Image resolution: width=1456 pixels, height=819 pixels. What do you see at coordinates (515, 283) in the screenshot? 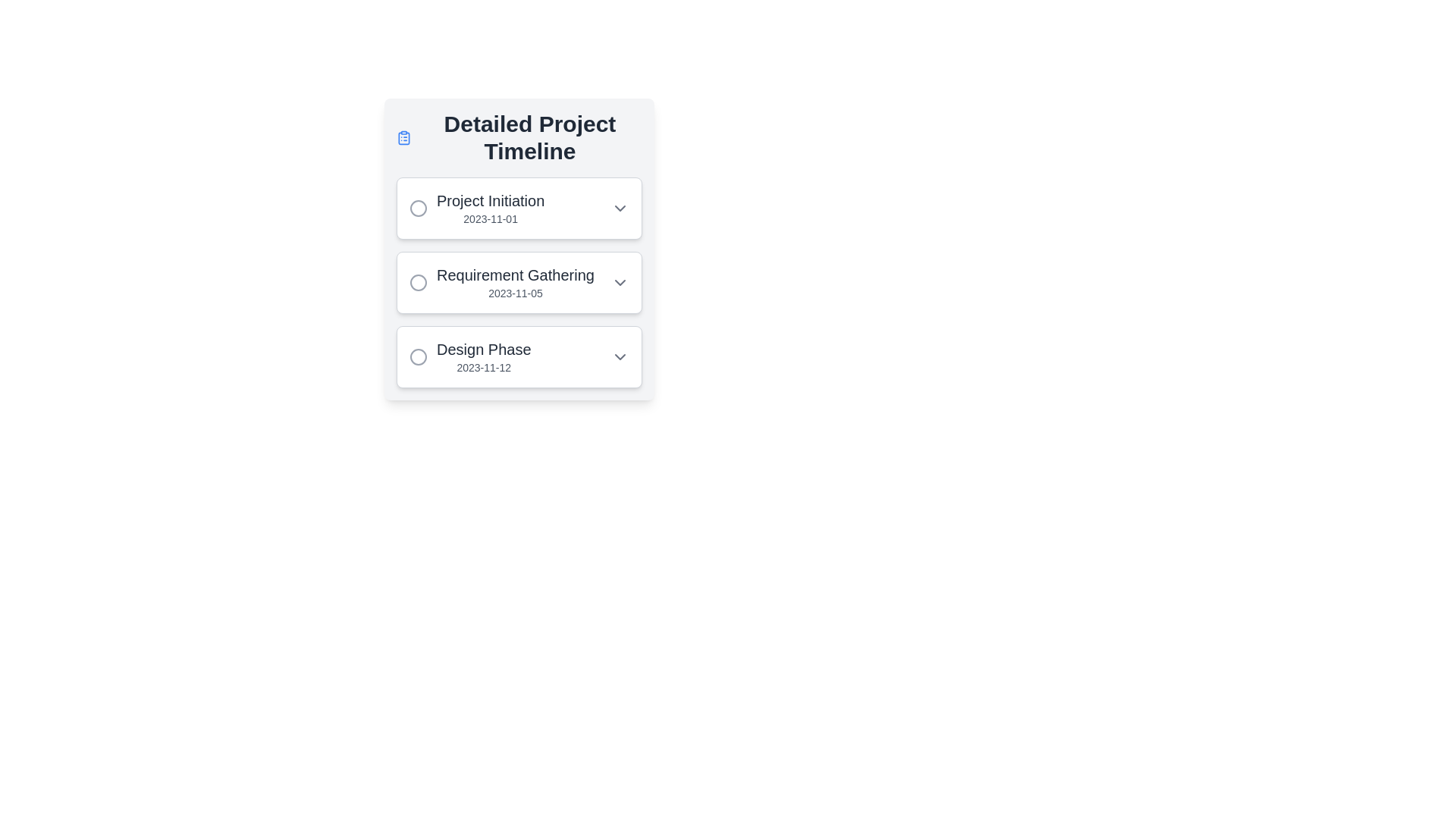
I see `the text element titled 'Requirement Gathering' with subtitle '2023-11-05'` at bounding box center [515, 283].